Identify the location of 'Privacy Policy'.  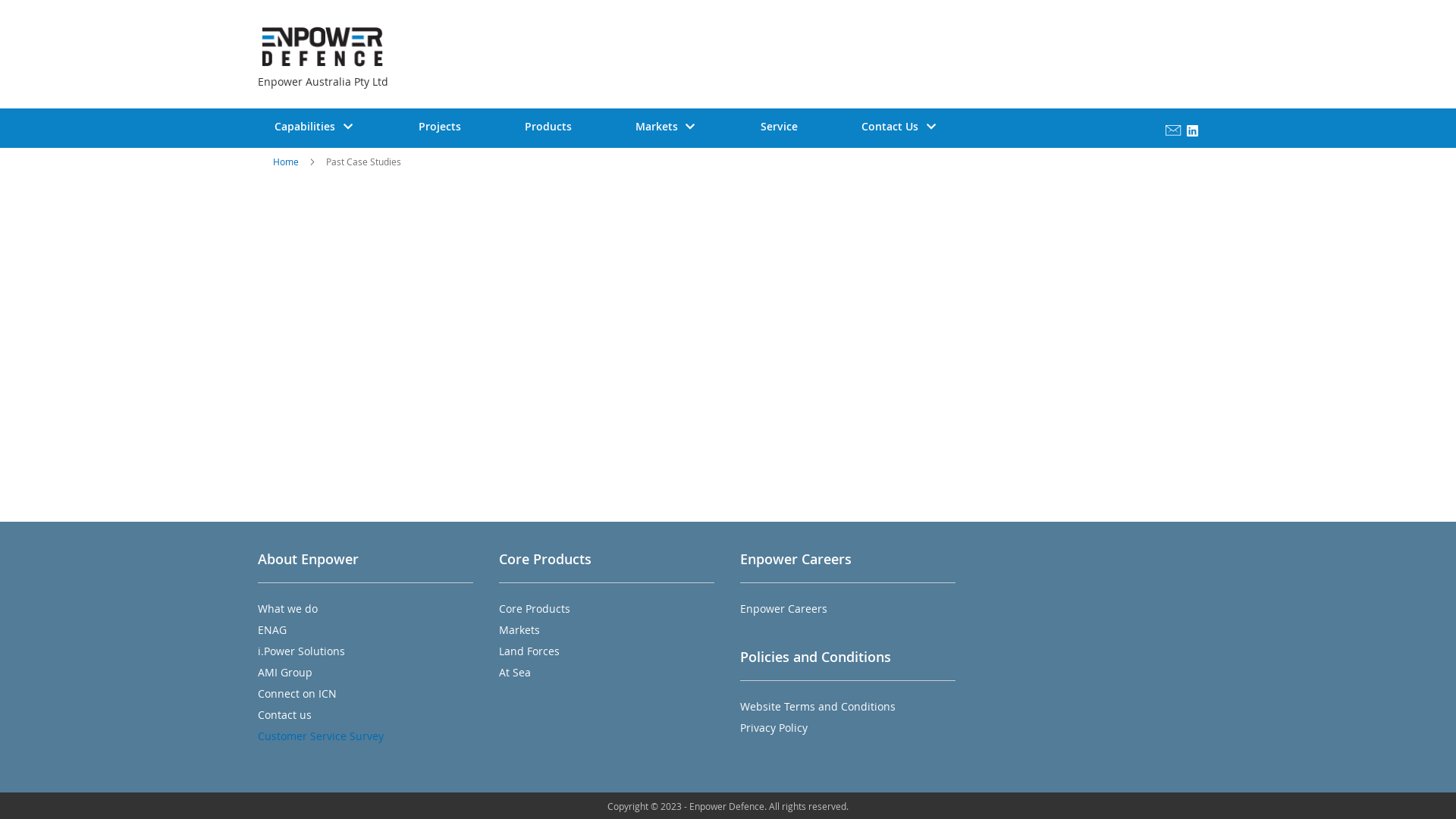
(773, 726).